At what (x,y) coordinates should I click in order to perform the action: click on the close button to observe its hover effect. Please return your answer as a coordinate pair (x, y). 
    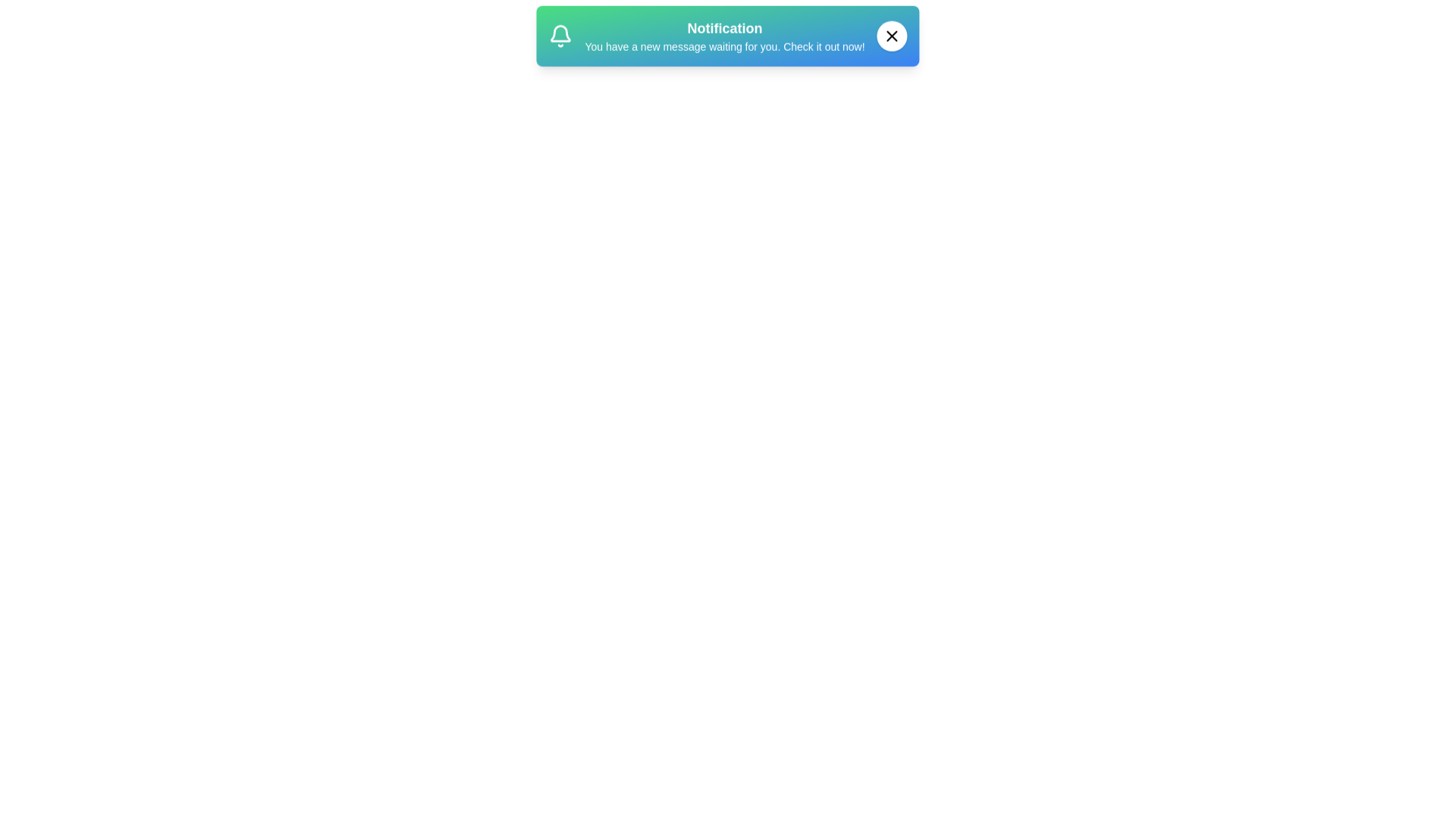
    Looking at the image, I should click on (892, 42).